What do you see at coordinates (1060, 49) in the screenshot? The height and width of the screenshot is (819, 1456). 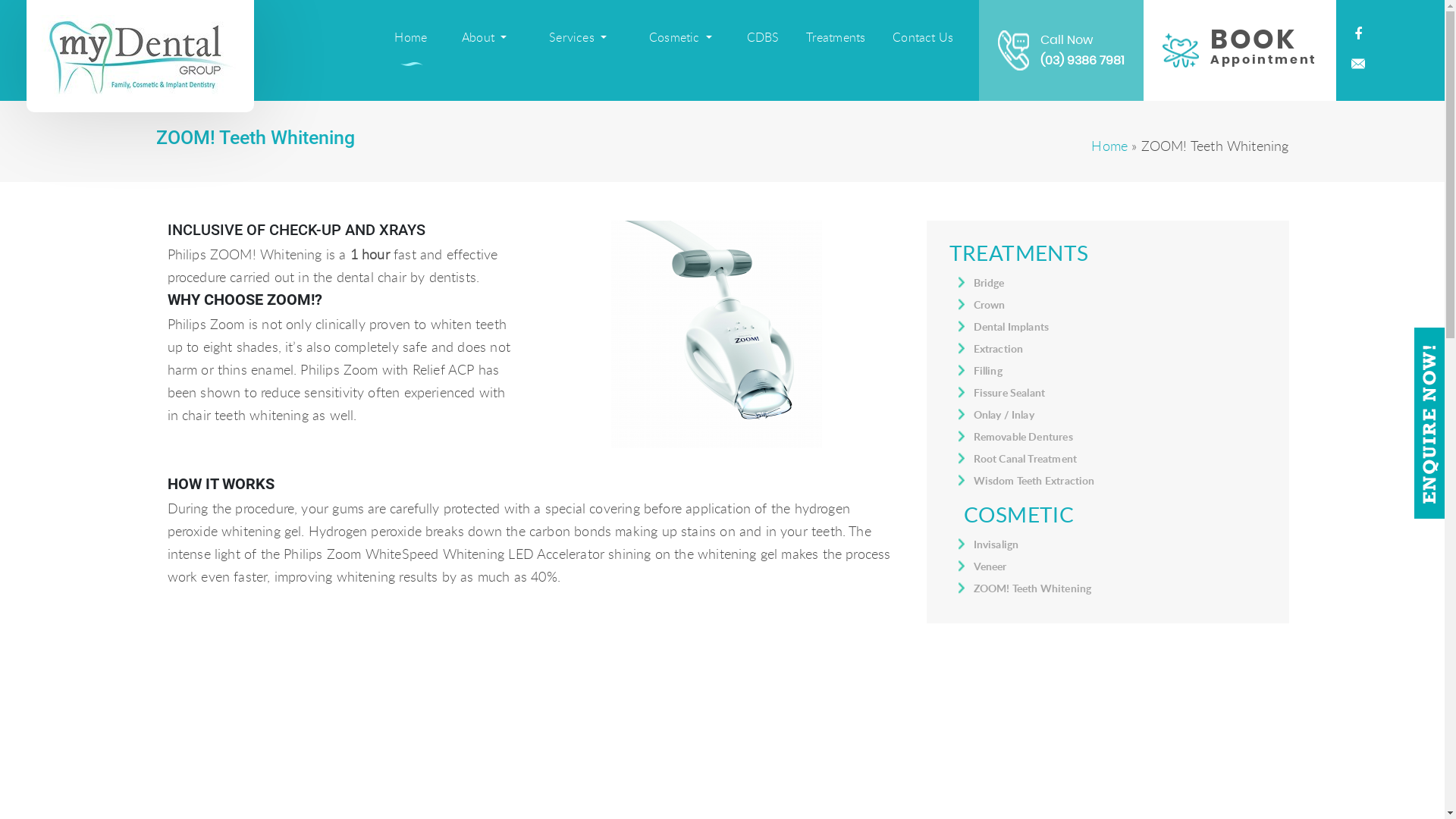 I see `'Call Now` at bounding box center [1060, 49].